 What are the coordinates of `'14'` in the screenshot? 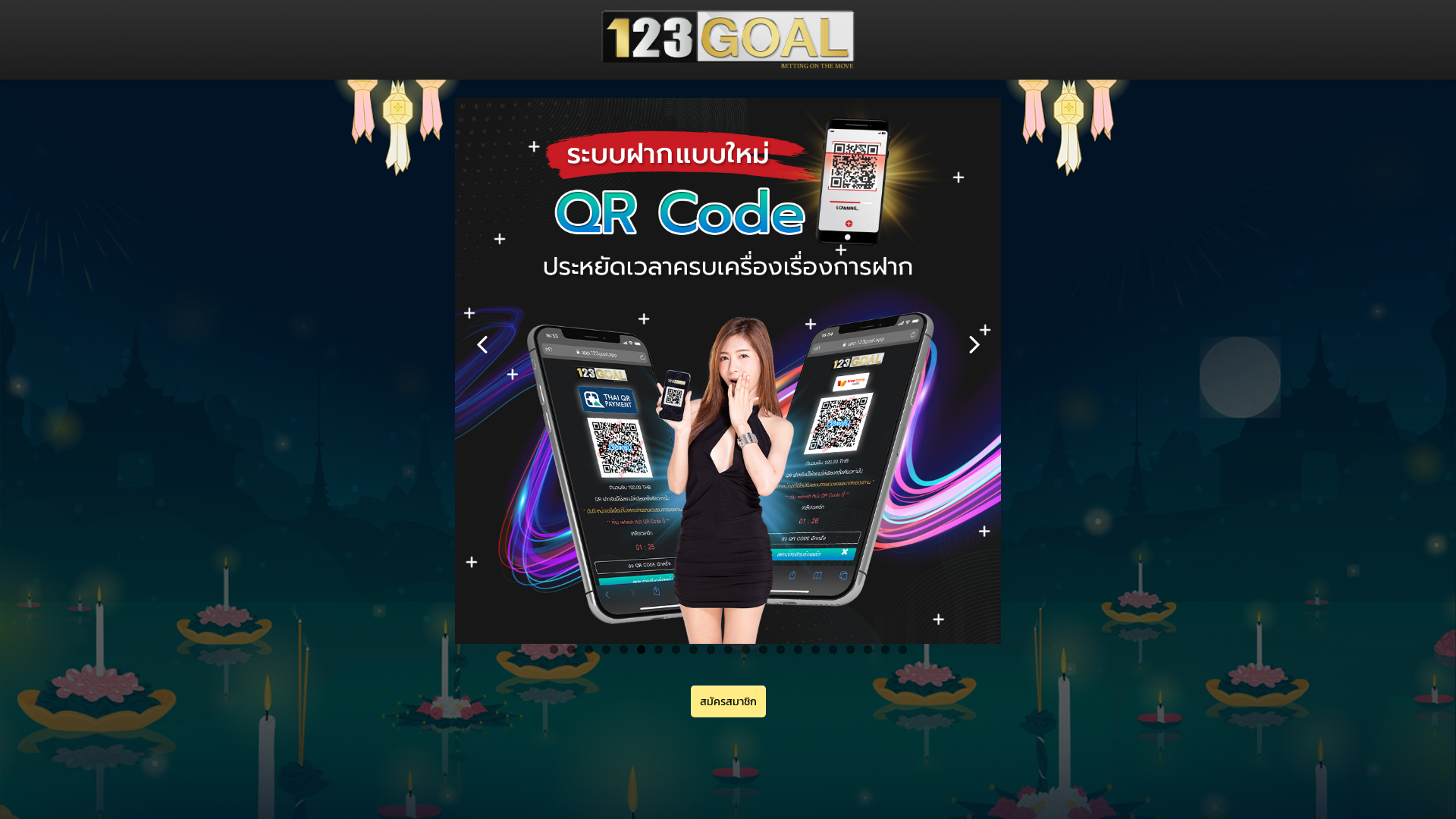 It's located at (780, 648).